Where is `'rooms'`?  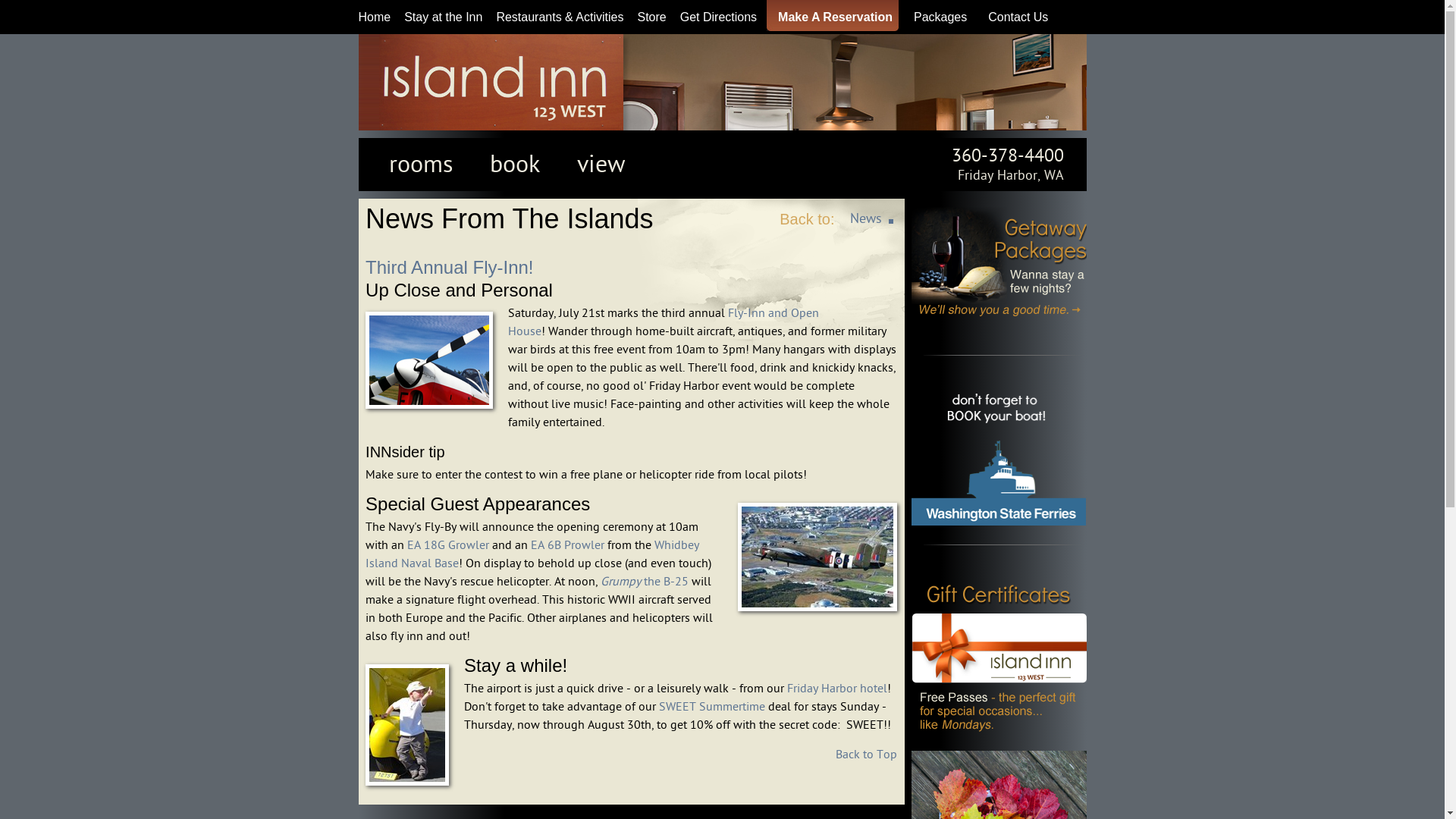
'rooms' is located at coordinates (419, 164).